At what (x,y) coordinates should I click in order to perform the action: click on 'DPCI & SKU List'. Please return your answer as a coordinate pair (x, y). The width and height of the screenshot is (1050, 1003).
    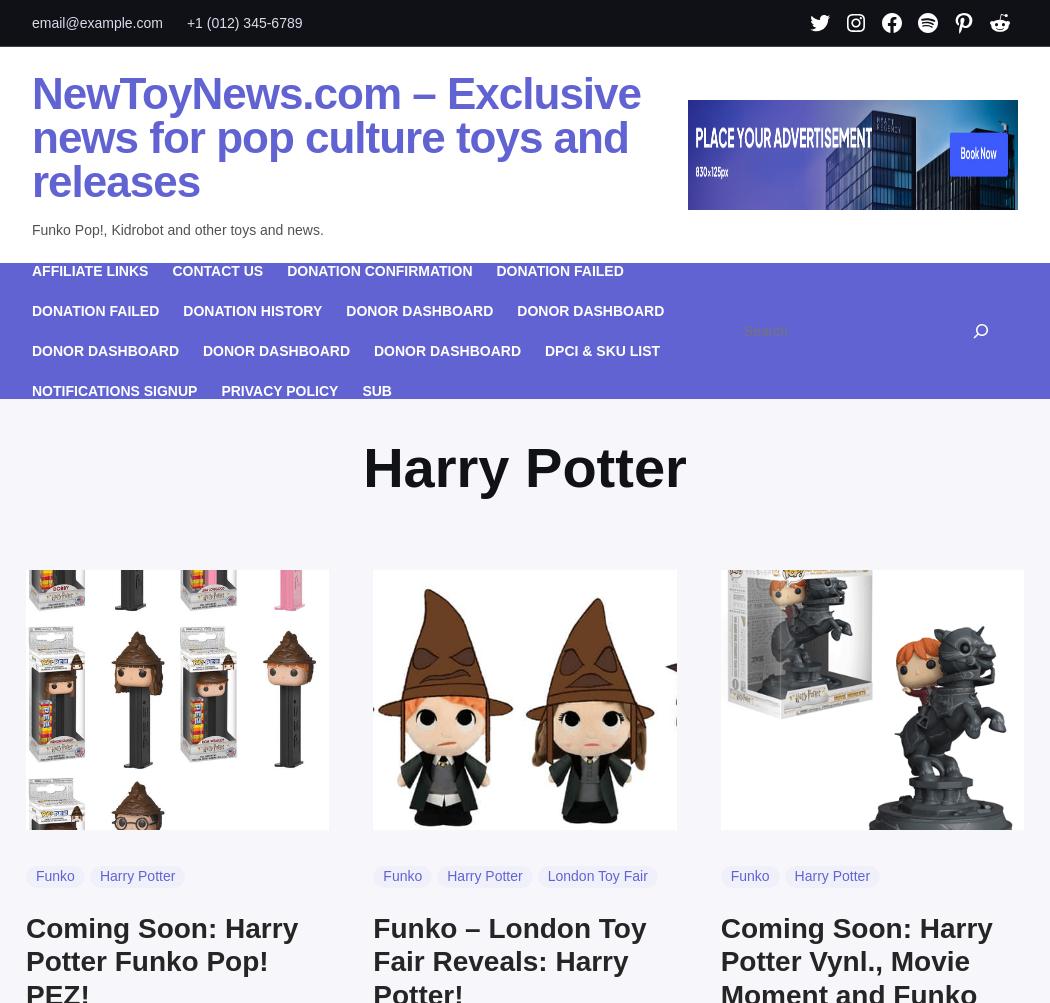
    Looking at the image, I should click on (544, 349).